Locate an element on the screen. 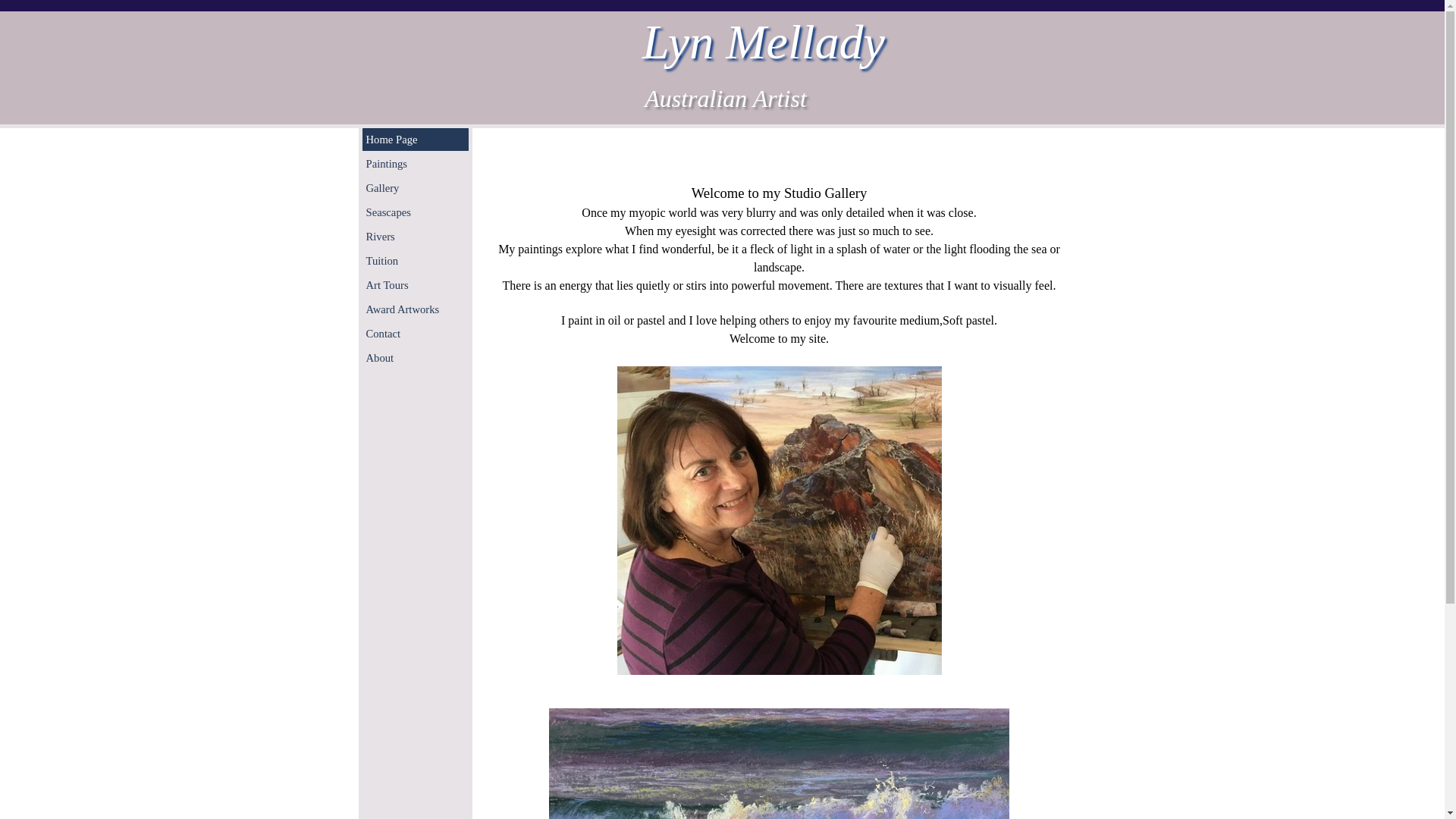 Image resolution: width=1456 pixels, height=819 pixels. 'About' is located at coordinates (415, 357).